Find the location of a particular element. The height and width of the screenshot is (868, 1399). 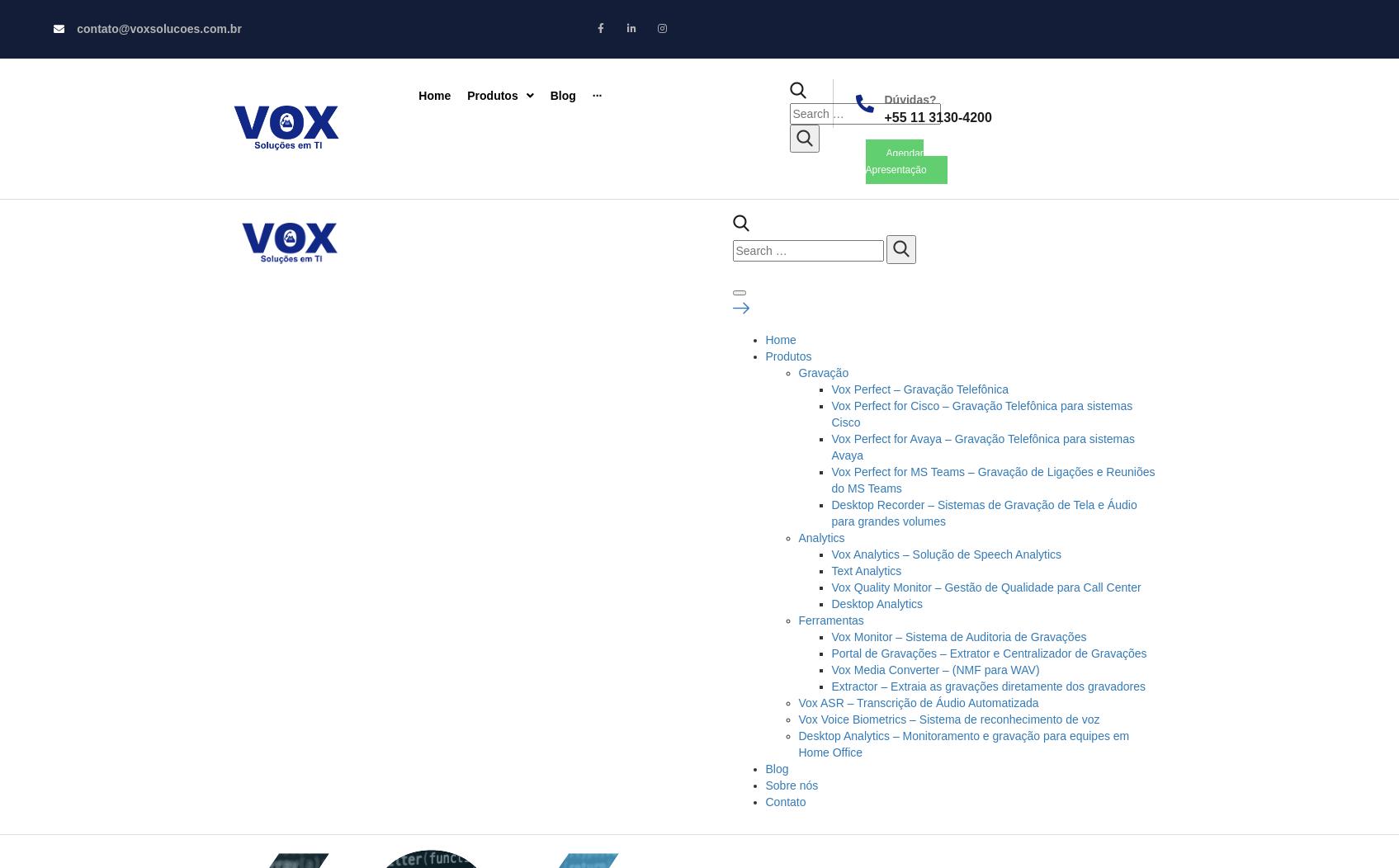

'Vox Media Converter' is located at coordinates (993, 239).